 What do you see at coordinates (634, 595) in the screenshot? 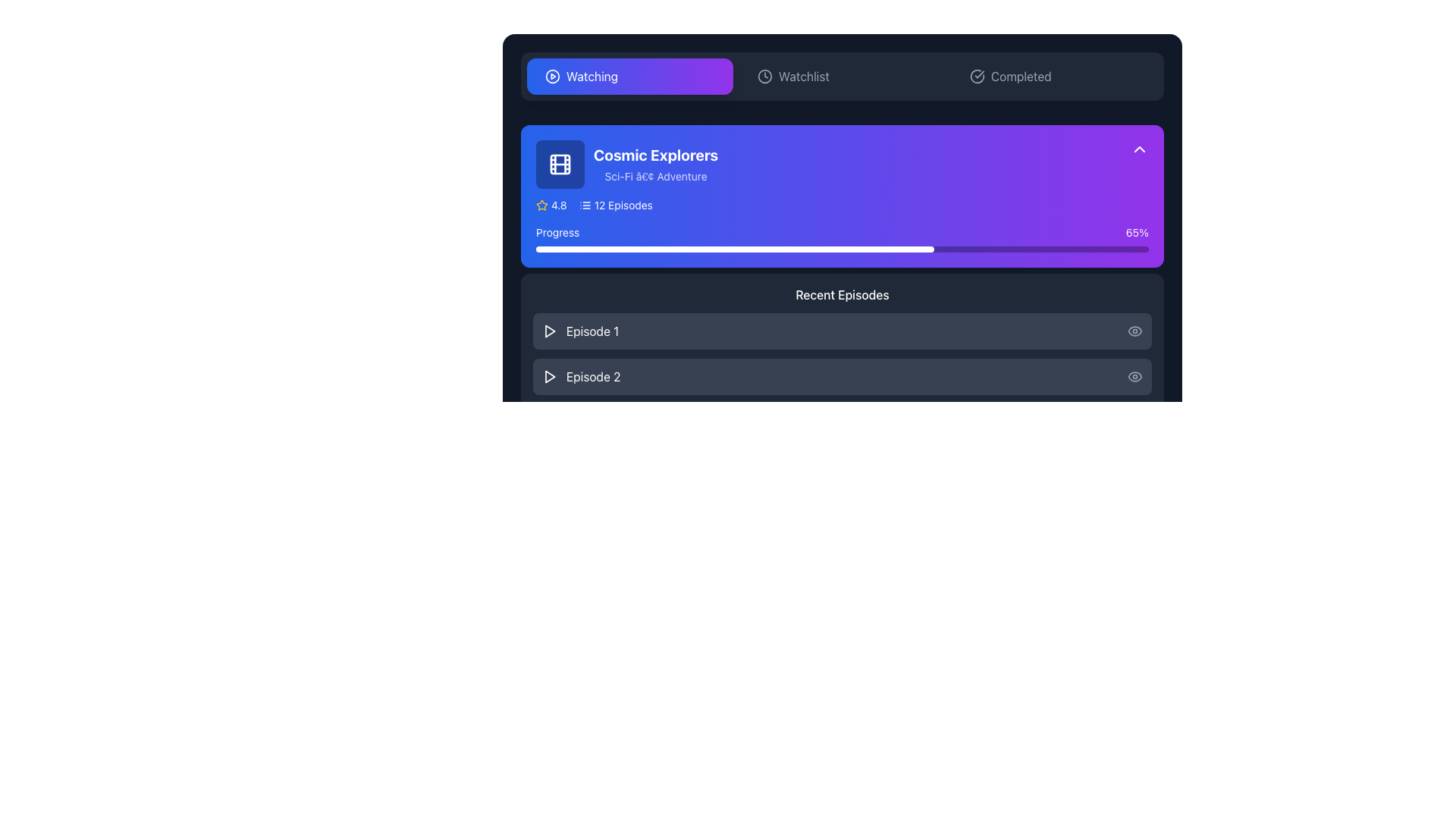
I see `the progress` at bounding box center [634, 595].